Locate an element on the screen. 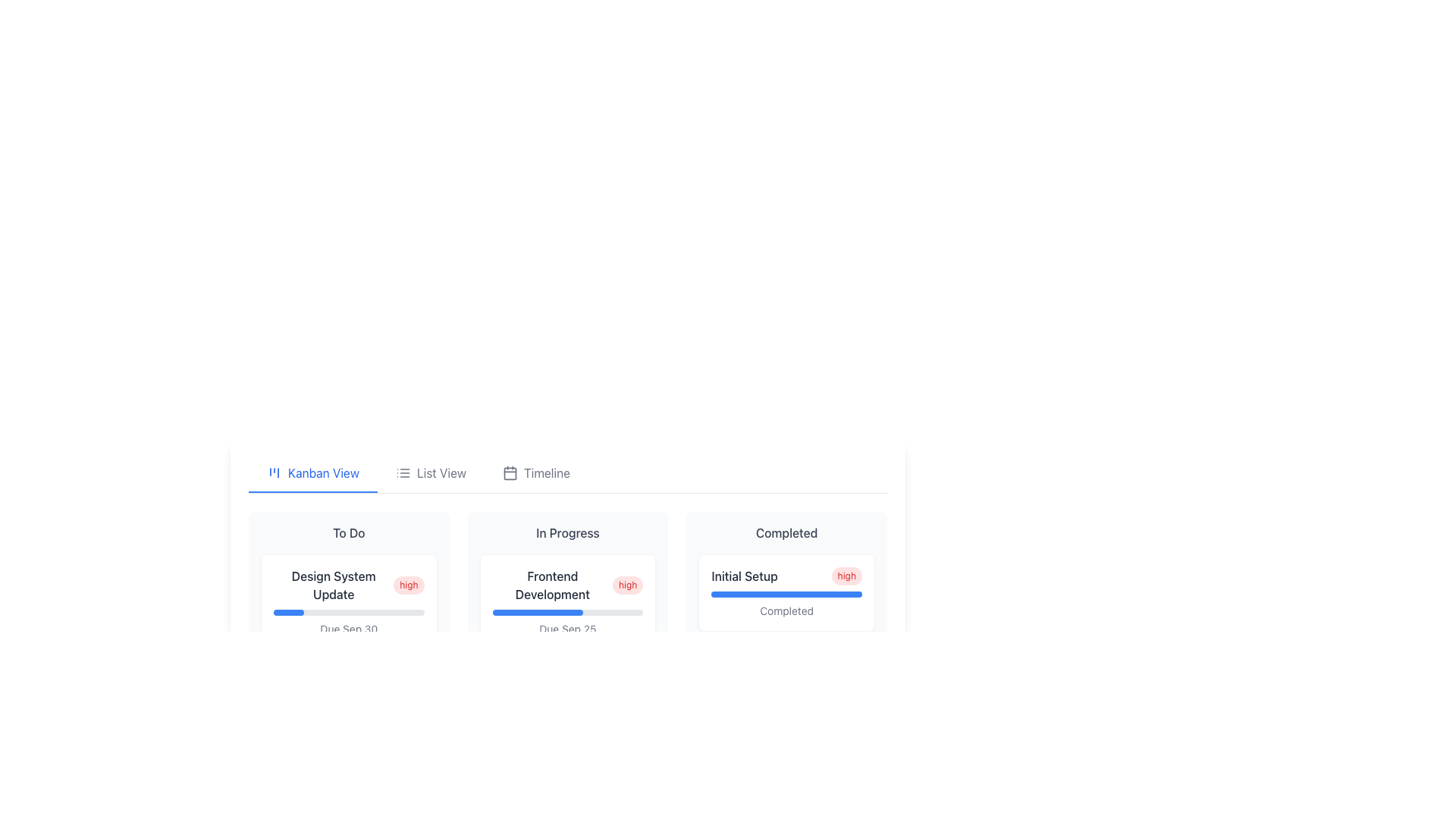 This screenshot has width=1456, height=819. the Text label that conveys the title or name of the project or task, located within the 'Completed' column, above the status strip and aligned to the left of the 'high' indicator badge is located at coordinates (745, 576).